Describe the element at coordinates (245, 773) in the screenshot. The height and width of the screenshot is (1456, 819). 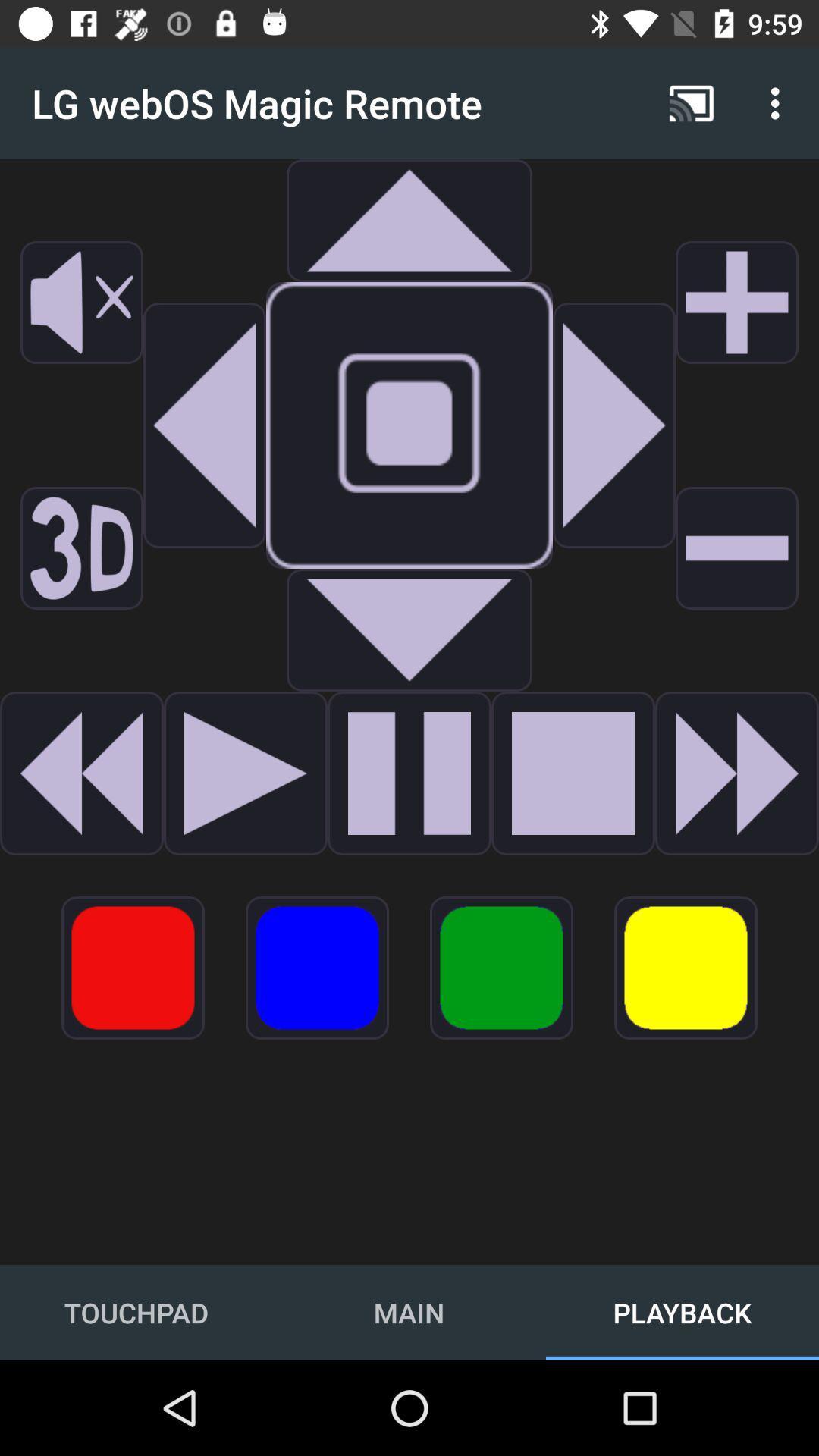
I see `the play icon` at that location.